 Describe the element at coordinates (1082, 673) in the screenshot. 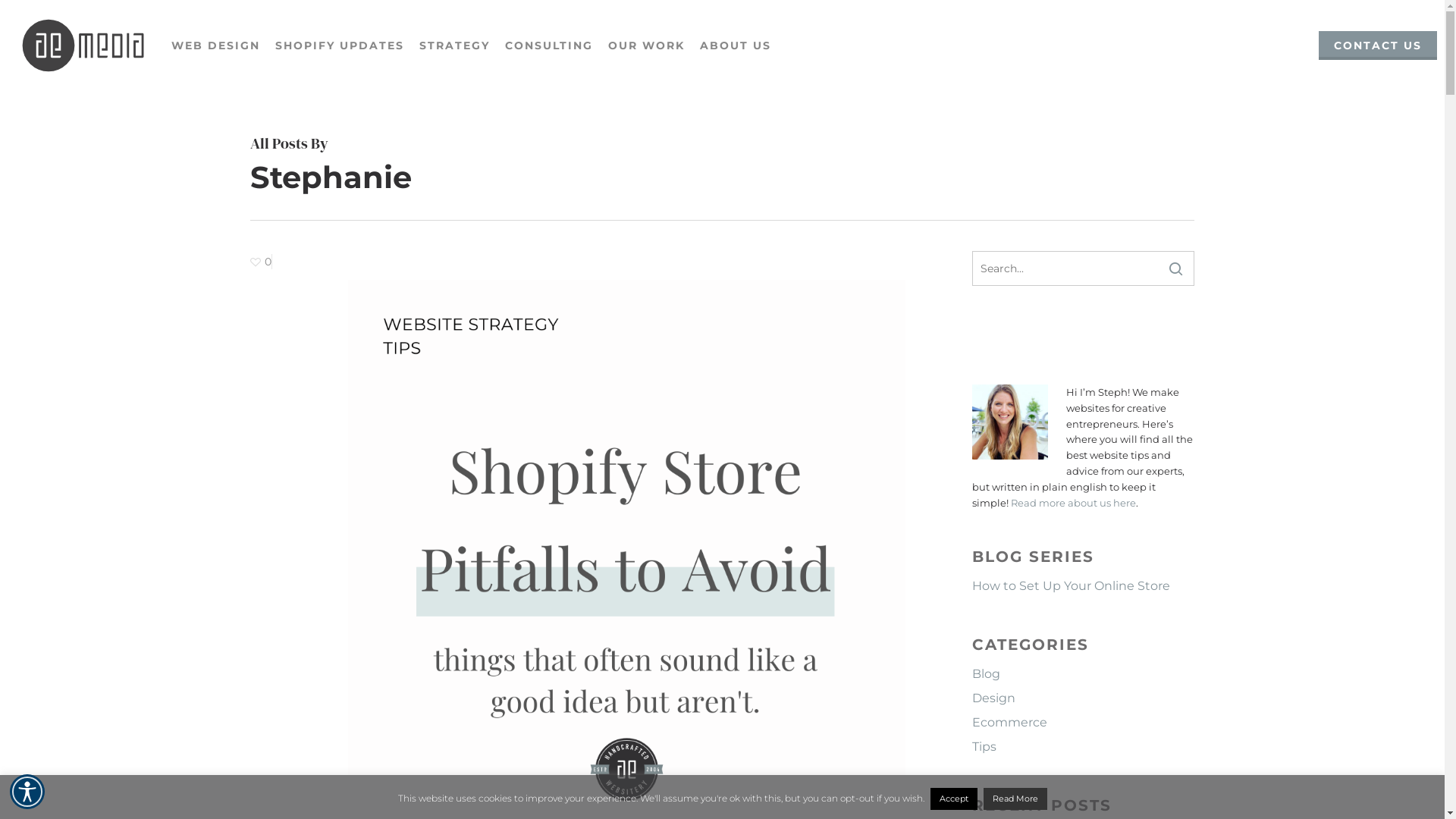

I see `'Blog'` at that location.